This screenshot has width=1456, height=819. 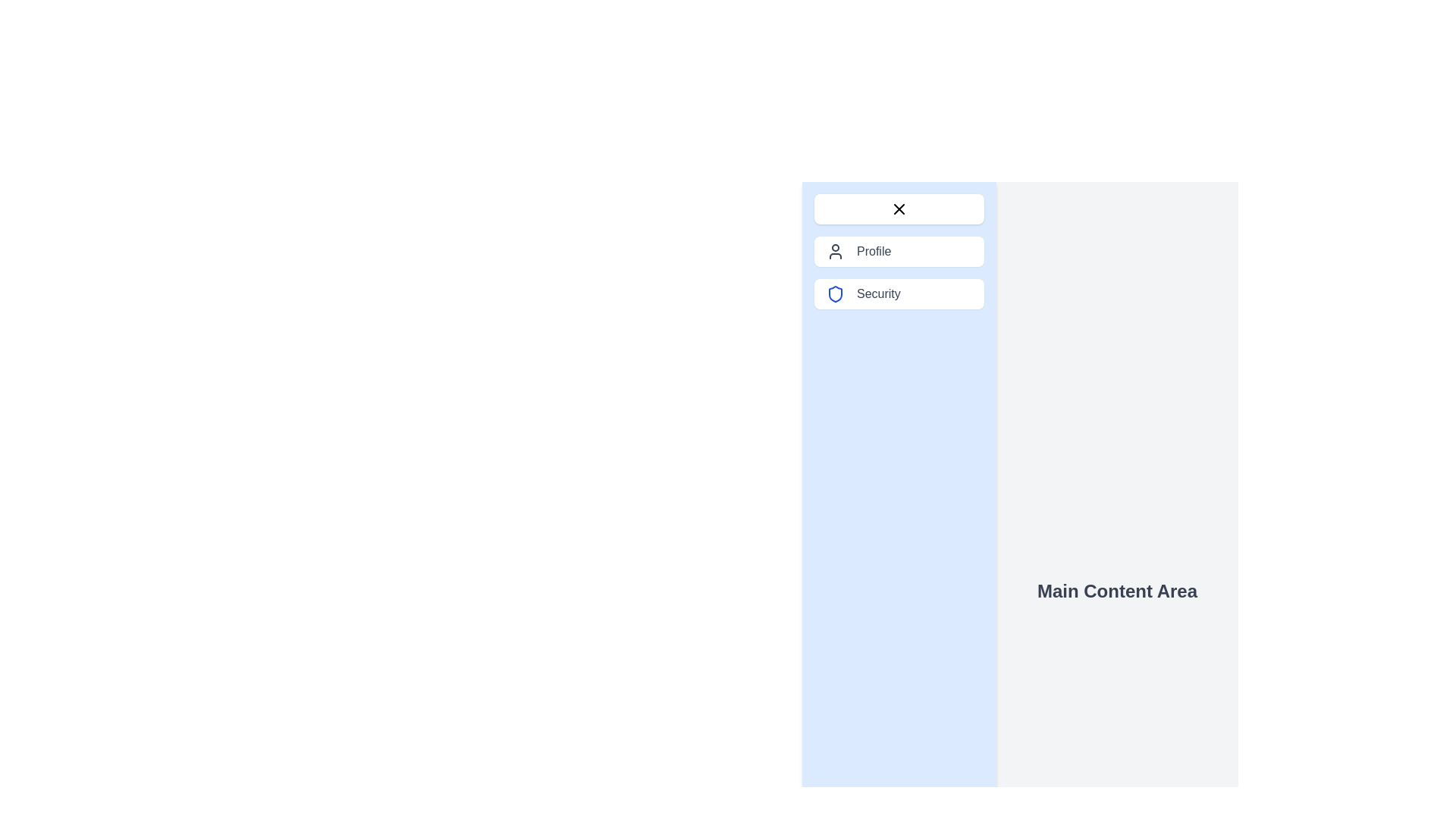 What do you see at coordinates (899, 294) in the screenshot?
I see `the 'Security' button with a shield icon in the blue sidebar` at bounding box center [899, 294].